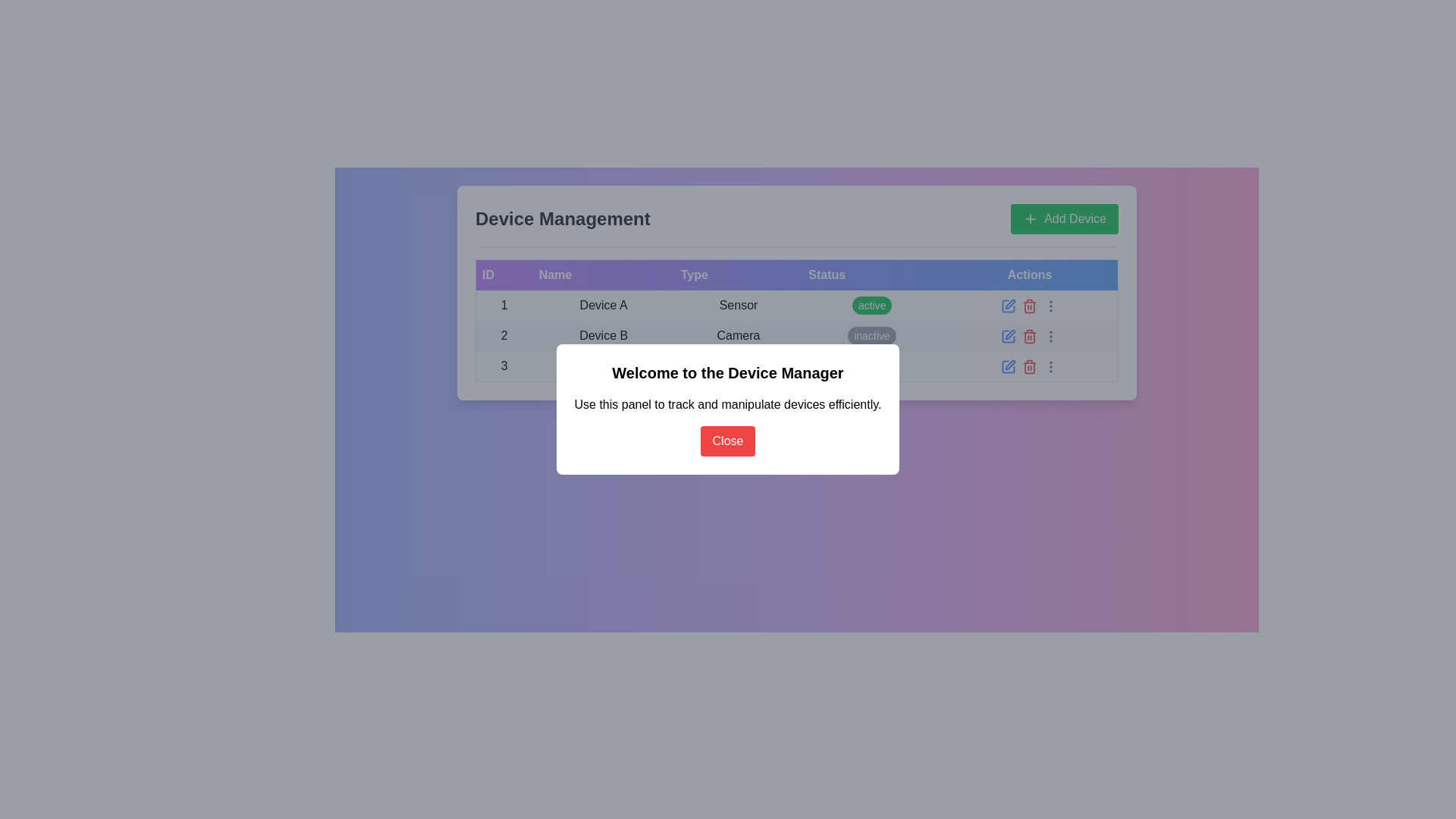 The height and width of the screenshot is (819, 1456). I want to click on the 'inactive' status indicator badge for 'Device B' in the 'Status' column of the Device Management table, so click(872, 335).